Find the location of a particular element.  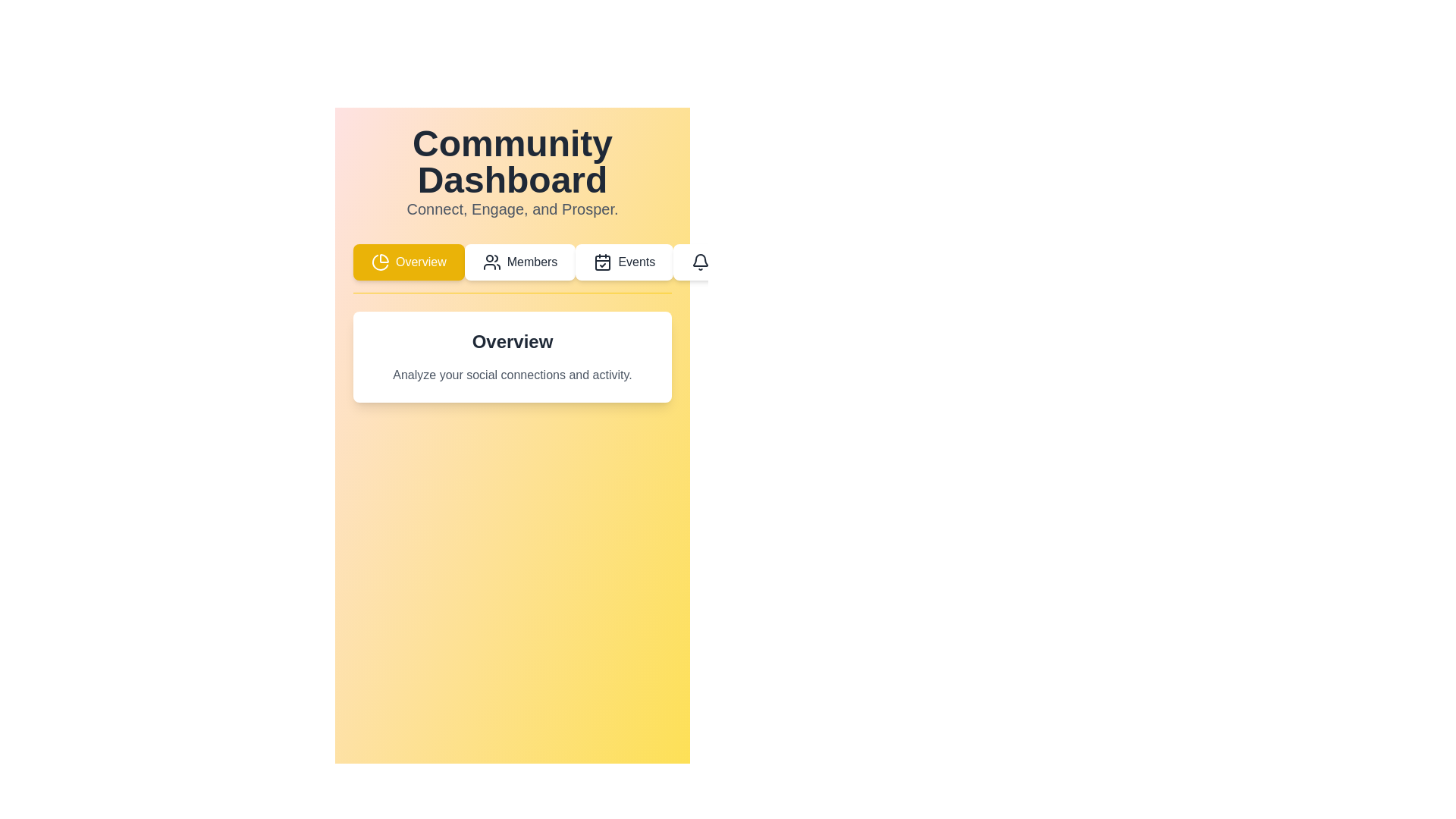

the button labeled Events is located at coordinates (625, 262).